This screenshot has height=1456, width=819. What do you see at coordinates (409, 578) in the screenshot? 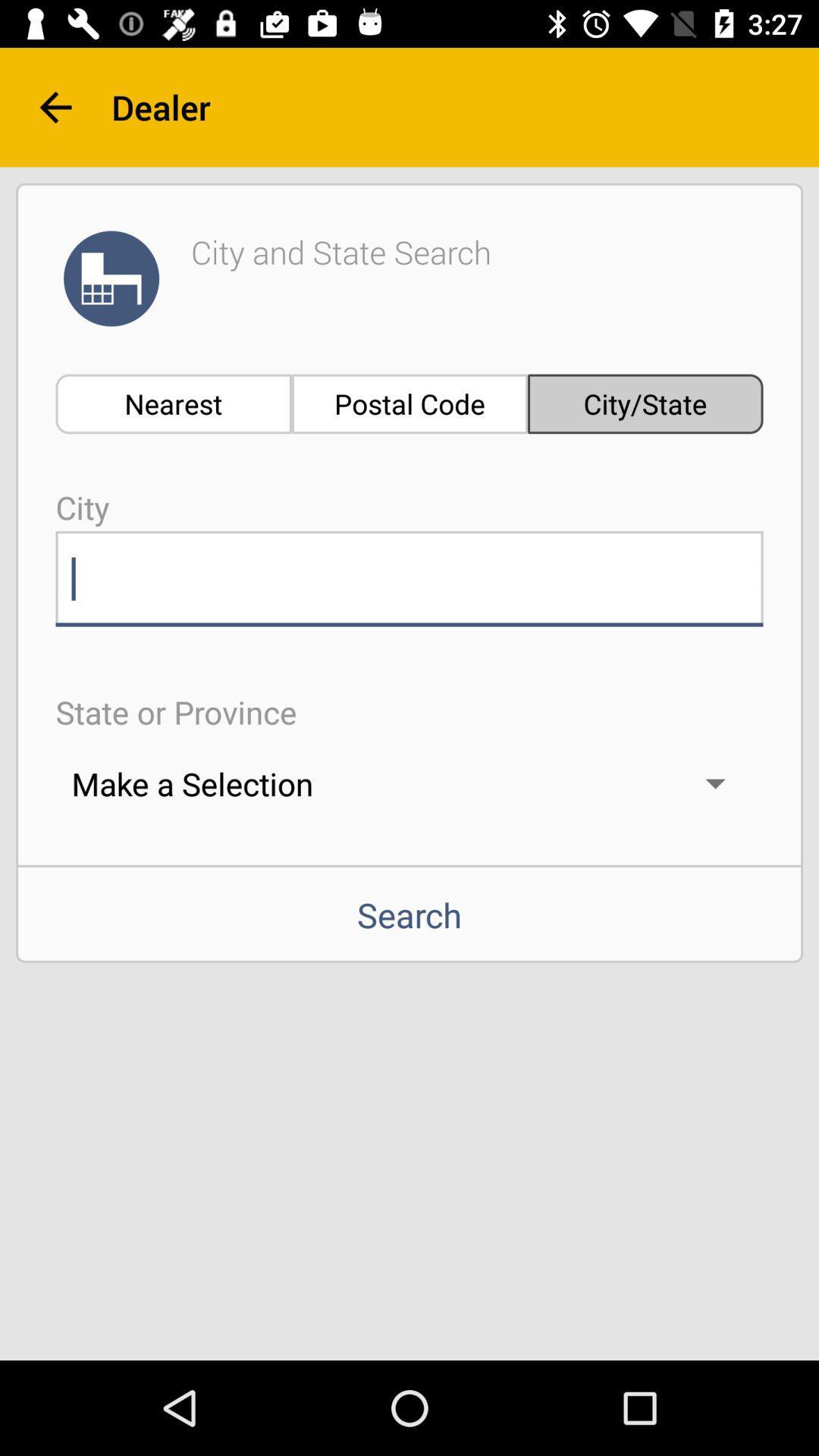
I see `city` at bounding box center [409, 578].